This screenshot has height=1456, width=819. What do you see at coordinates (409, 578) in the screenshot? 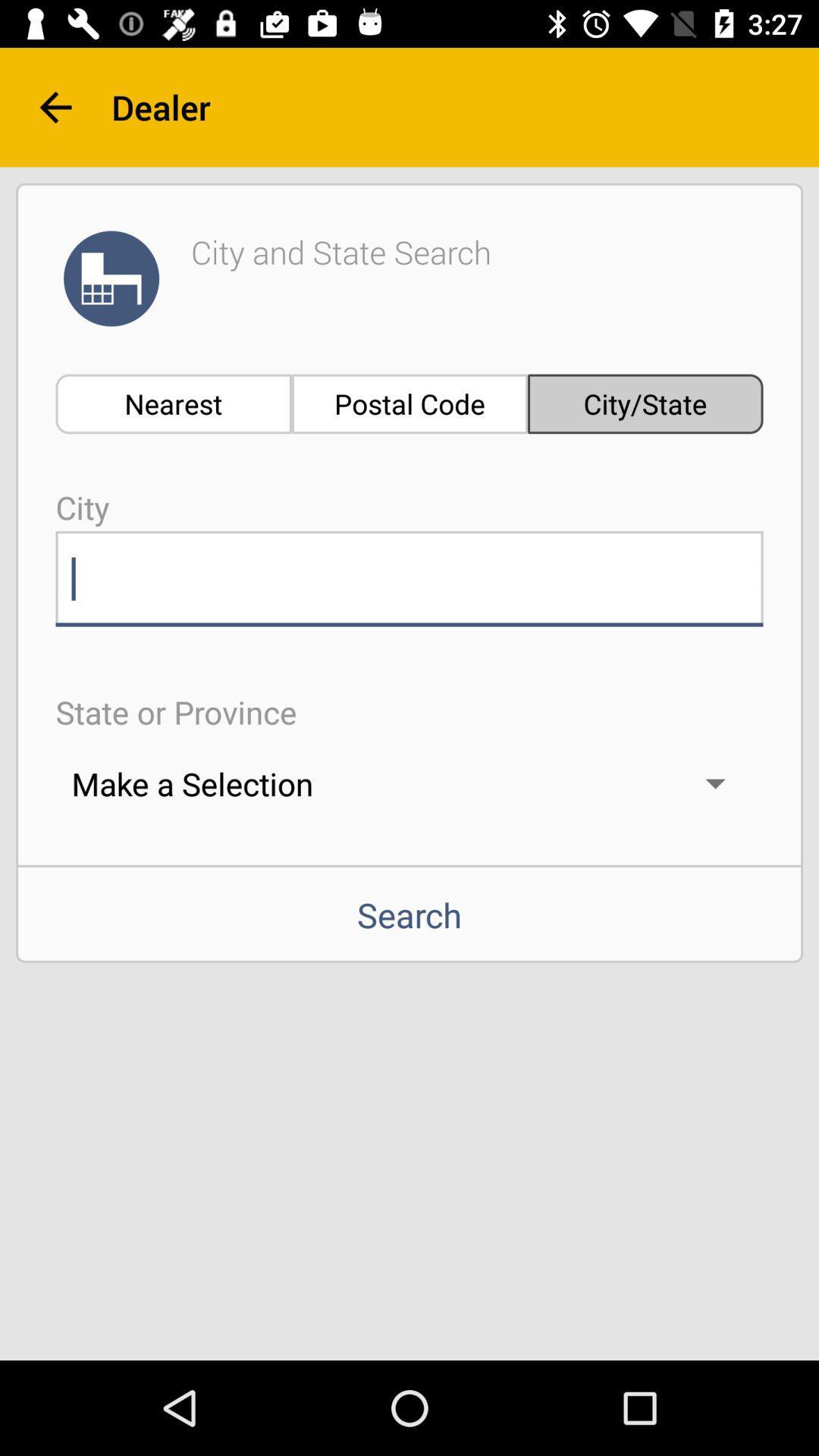
I see `city` at bounding box center [409, 578].